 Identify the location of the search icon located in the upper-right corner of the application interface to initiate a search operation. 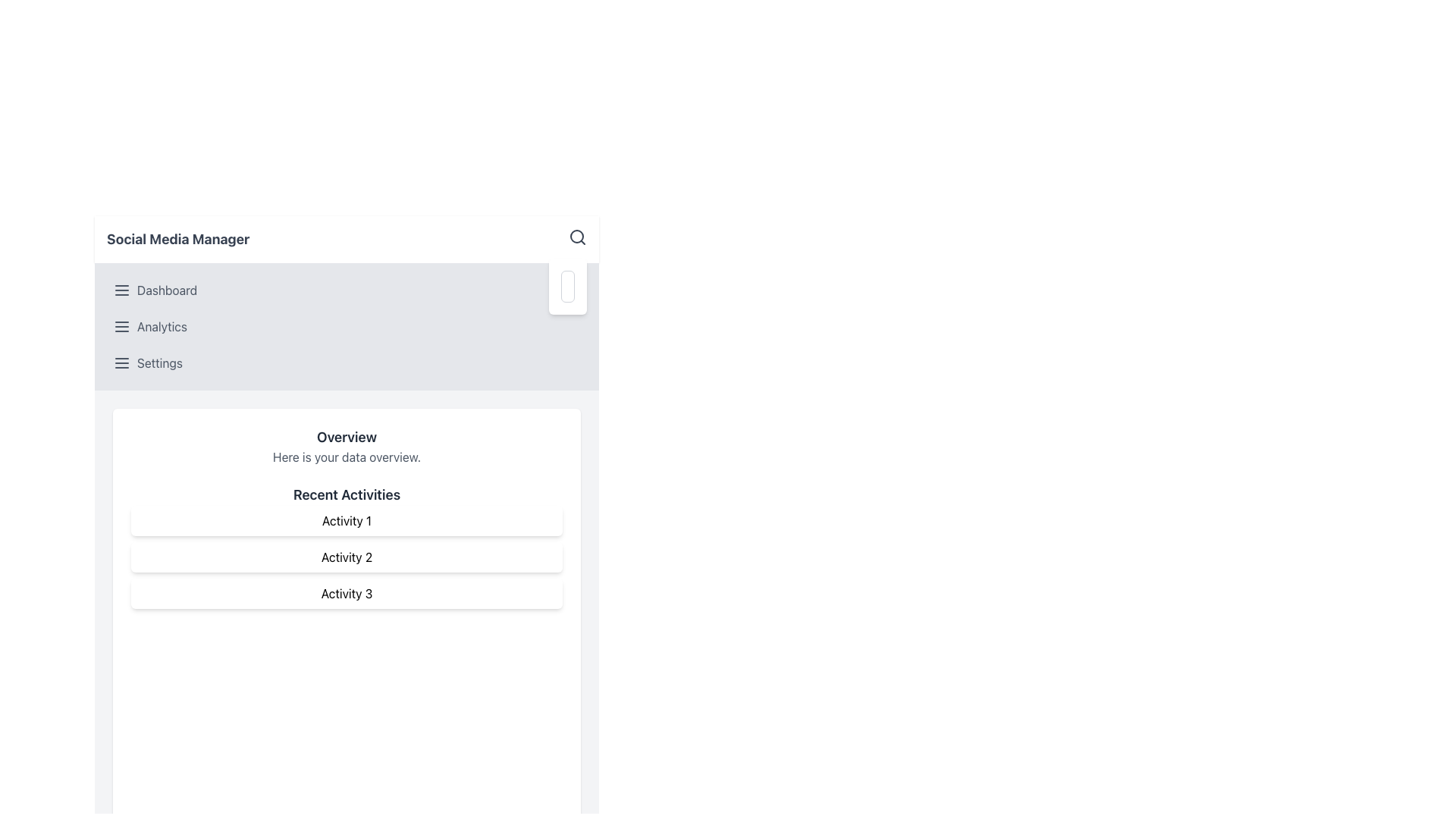
(577, 237).